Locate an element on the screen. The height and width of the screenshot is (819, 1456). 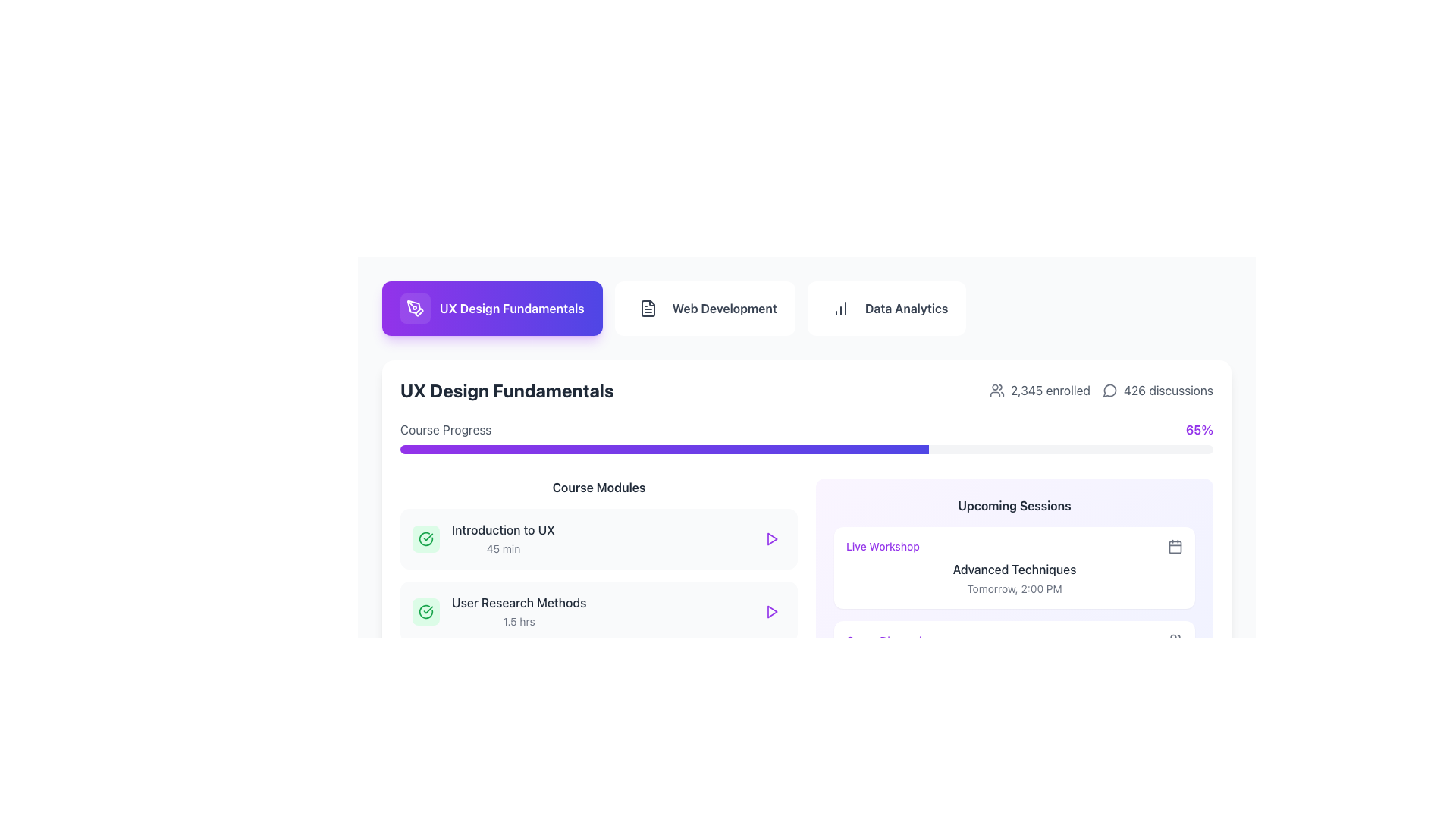
the course module card titled 'User Research Methods', which is the second card in the 'Course Modules' section, positioned between 'Introduction to UX' and 'Wireframing Basics' is located at coordinates (598, 610).